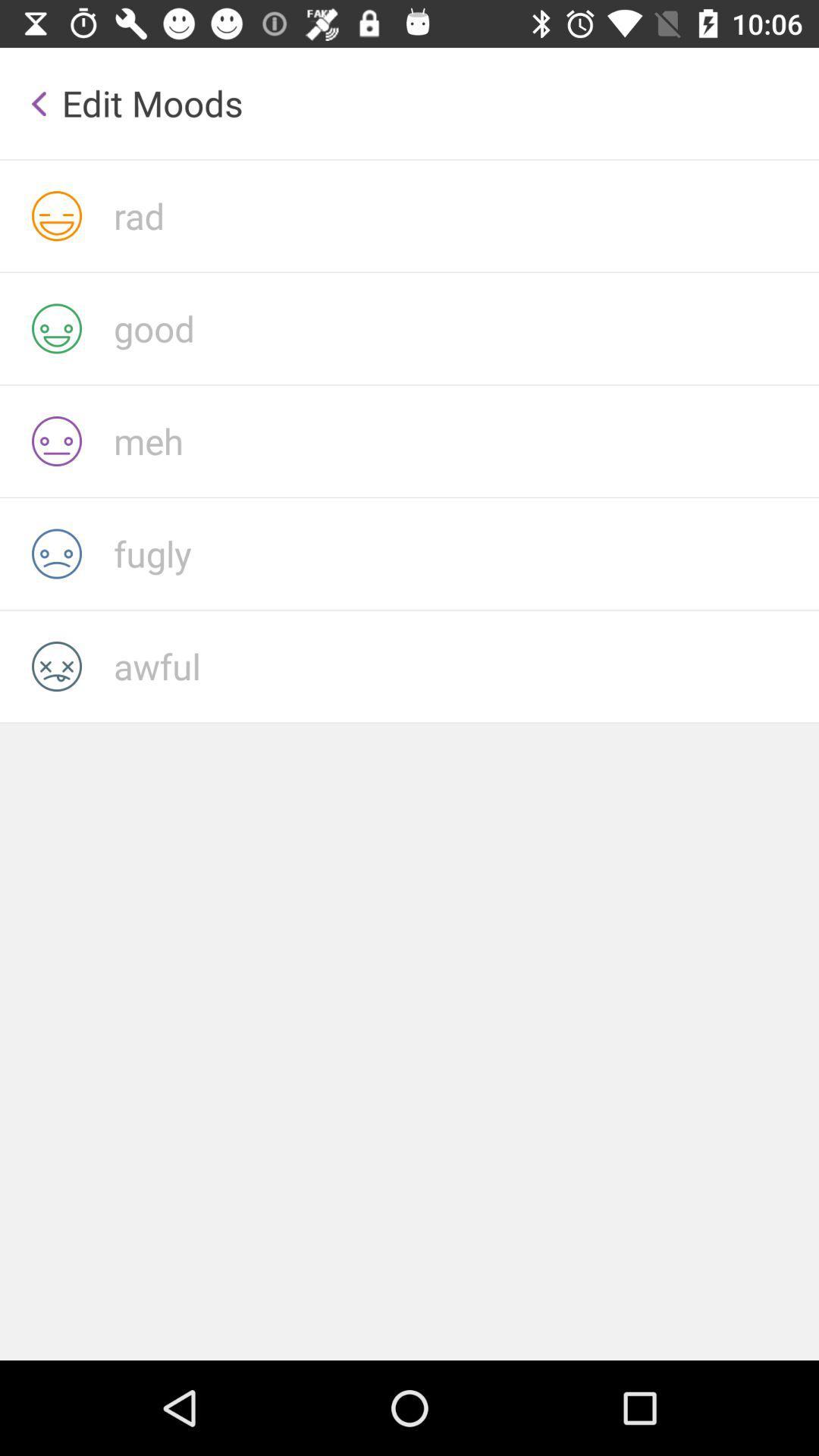 This screenshot has width=819, height=1456. What do you see at coordinates (465, 215) in the screenshot?
I see `edit mood` at bounding box center [465, 215].